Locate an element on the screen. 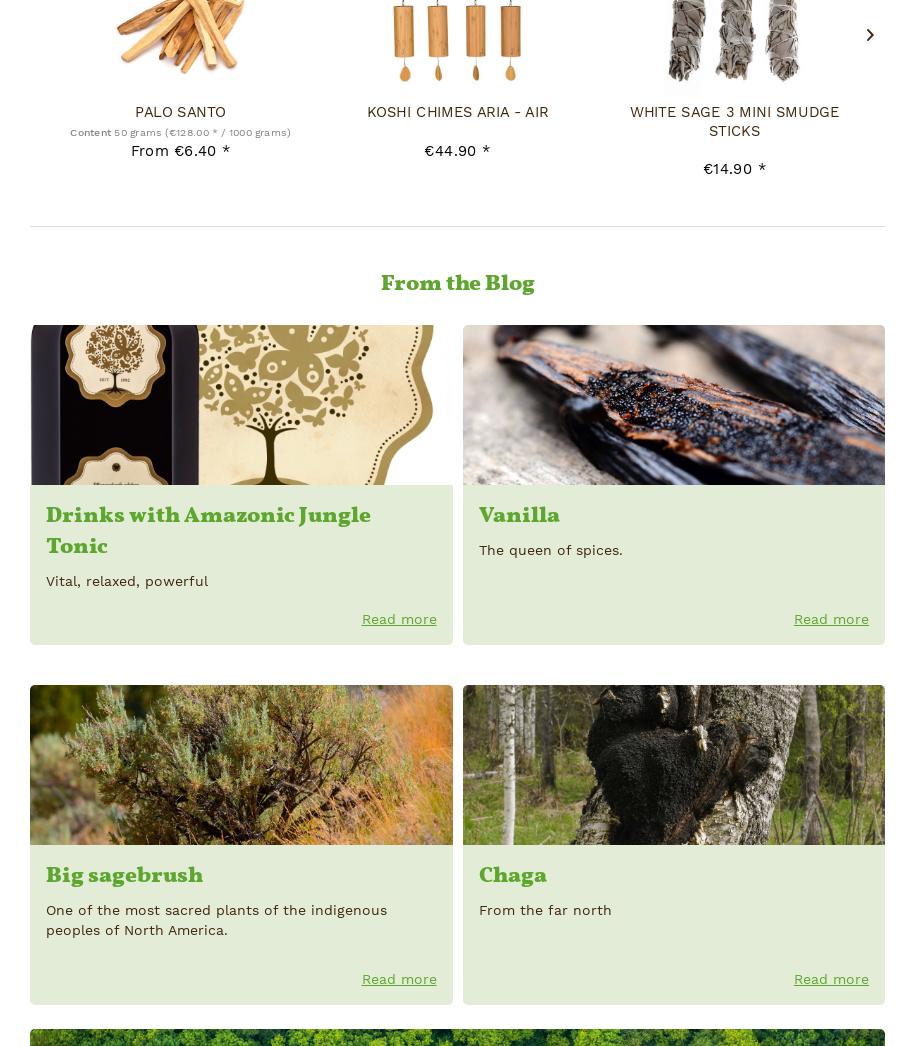 The width and height of the screenshot is (915, 1046). 'The queen of spices.' is located at coordinates (476, 548).